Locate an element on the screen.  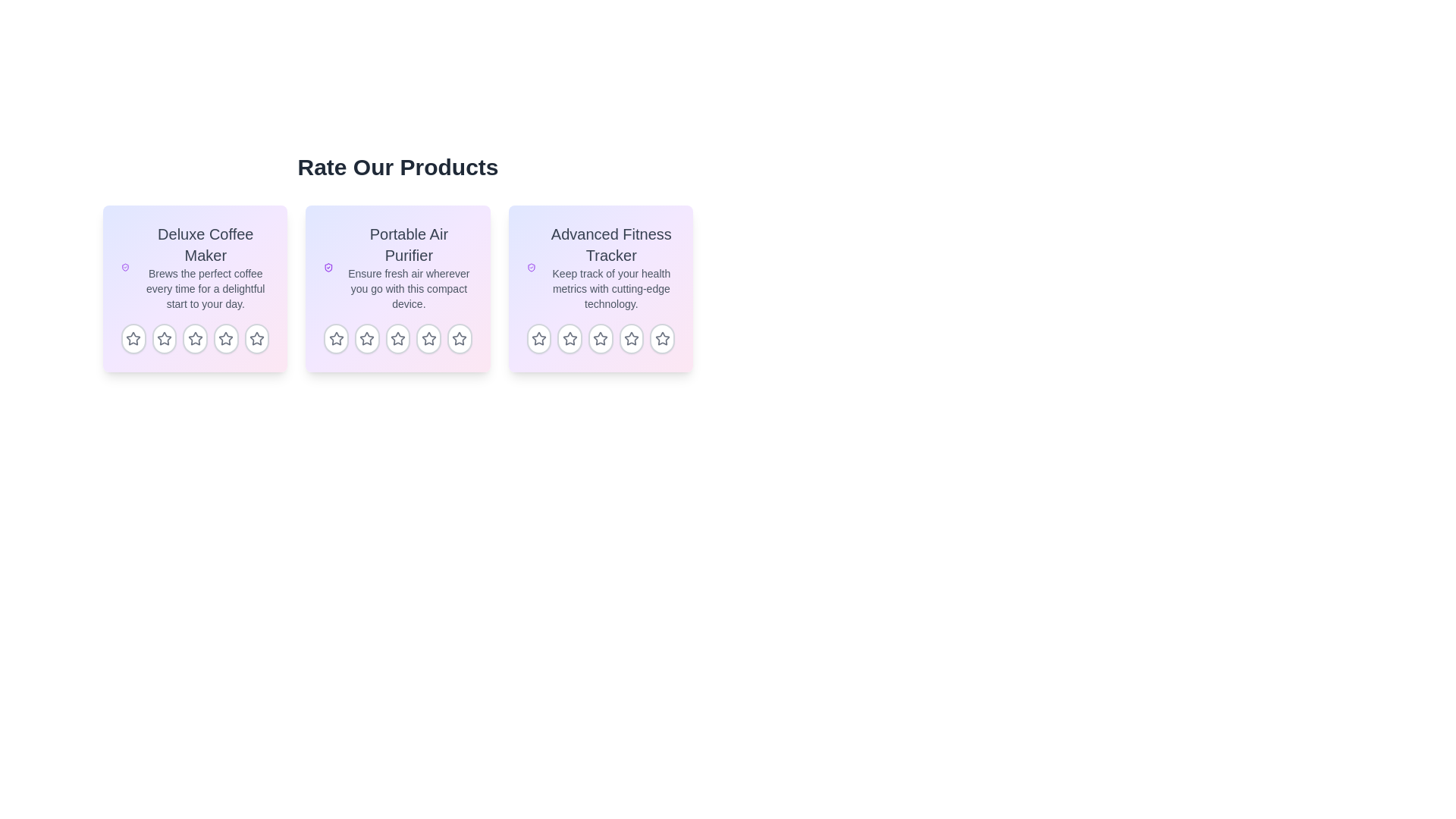
the third star icon in the rating feature for the 'Advanced Fitness Tracker' product is located at coordinates (600, 338).